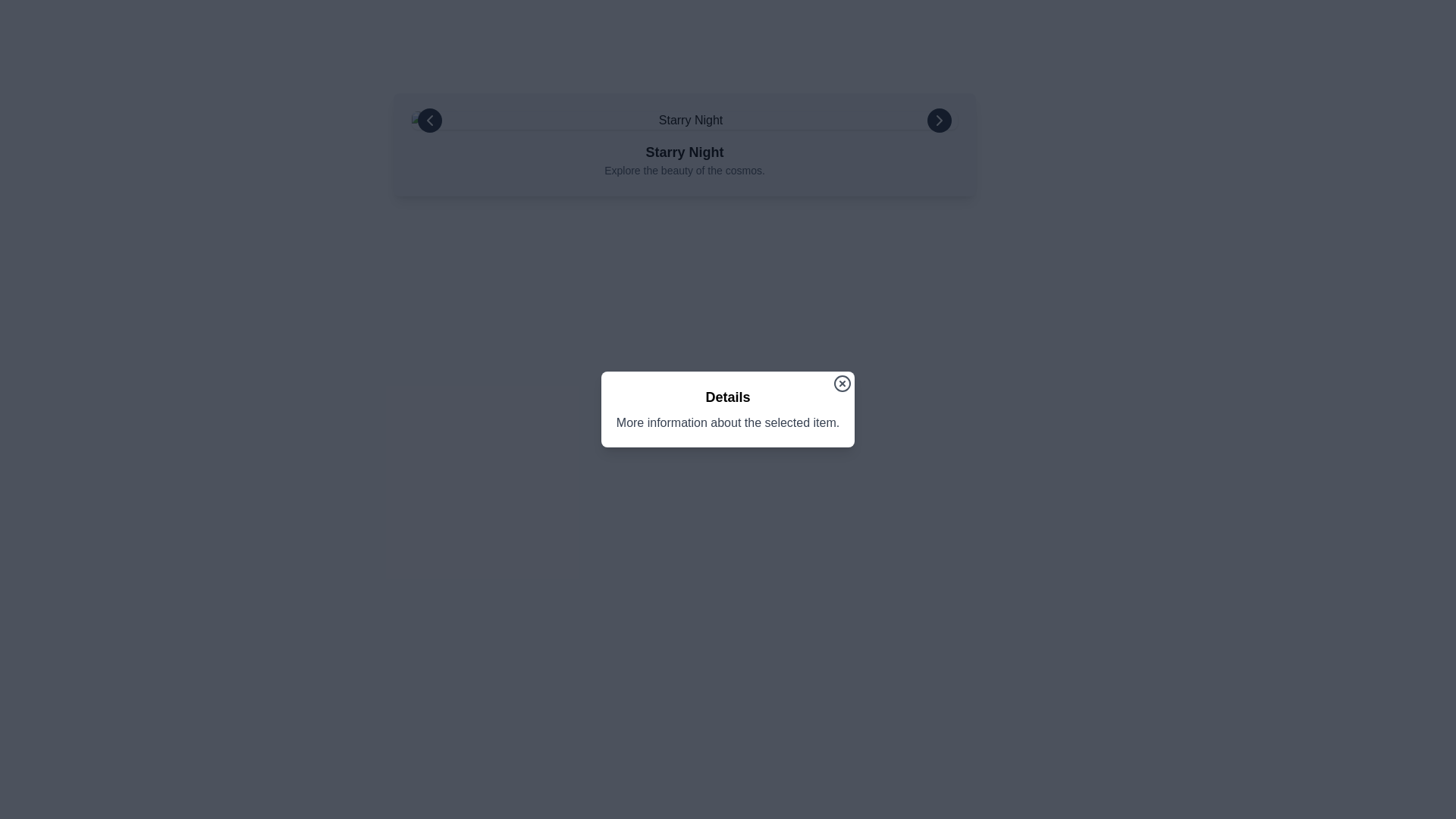 The image size is (1456, 819). What do you see at coordinates (728, 397) in the screenshot?
I see `the bold-text heading labeled 'Details', which is styled in a larger font size and is part of a white pop-up card` at bounding box center [728, 397].